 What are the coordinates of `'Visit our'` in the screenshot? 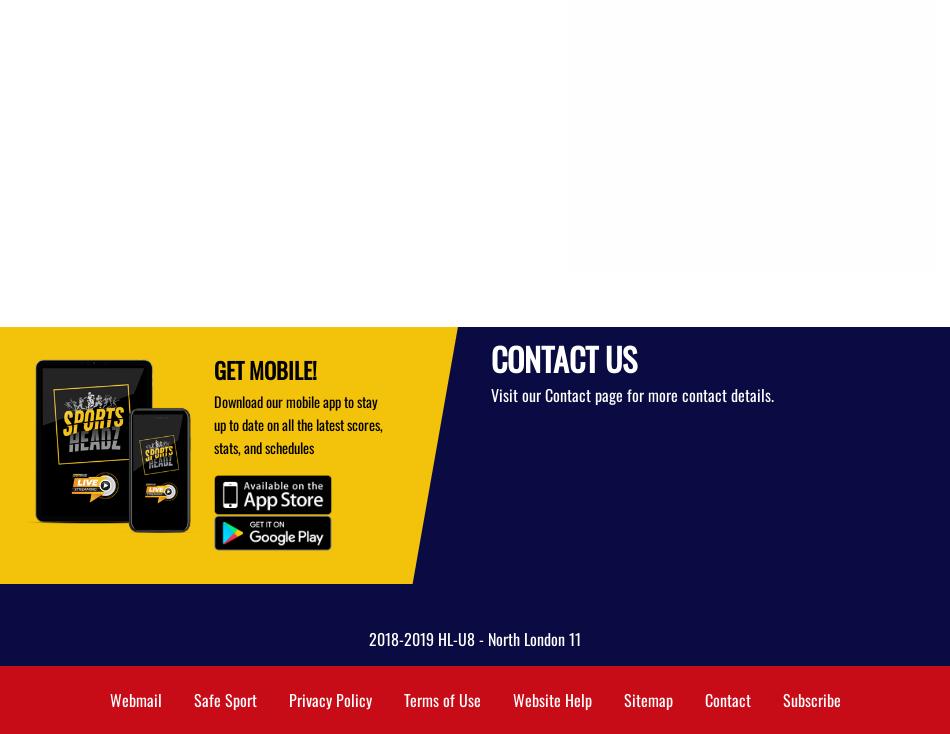 It's located at (518, 393).